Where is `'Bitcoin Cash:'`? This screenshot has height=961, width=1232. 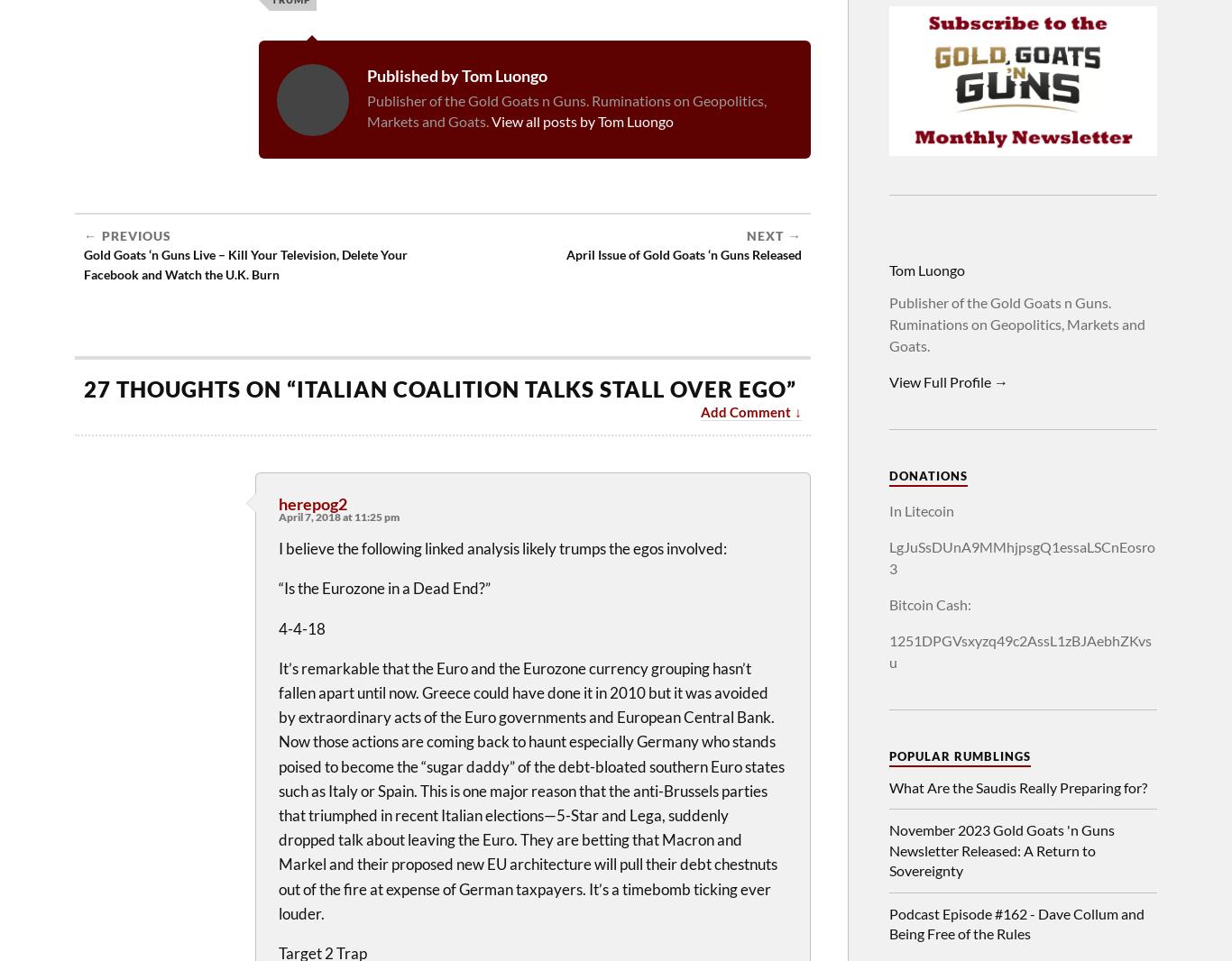
'Bitcoin Cash:' is located at coordinates (929, 603).